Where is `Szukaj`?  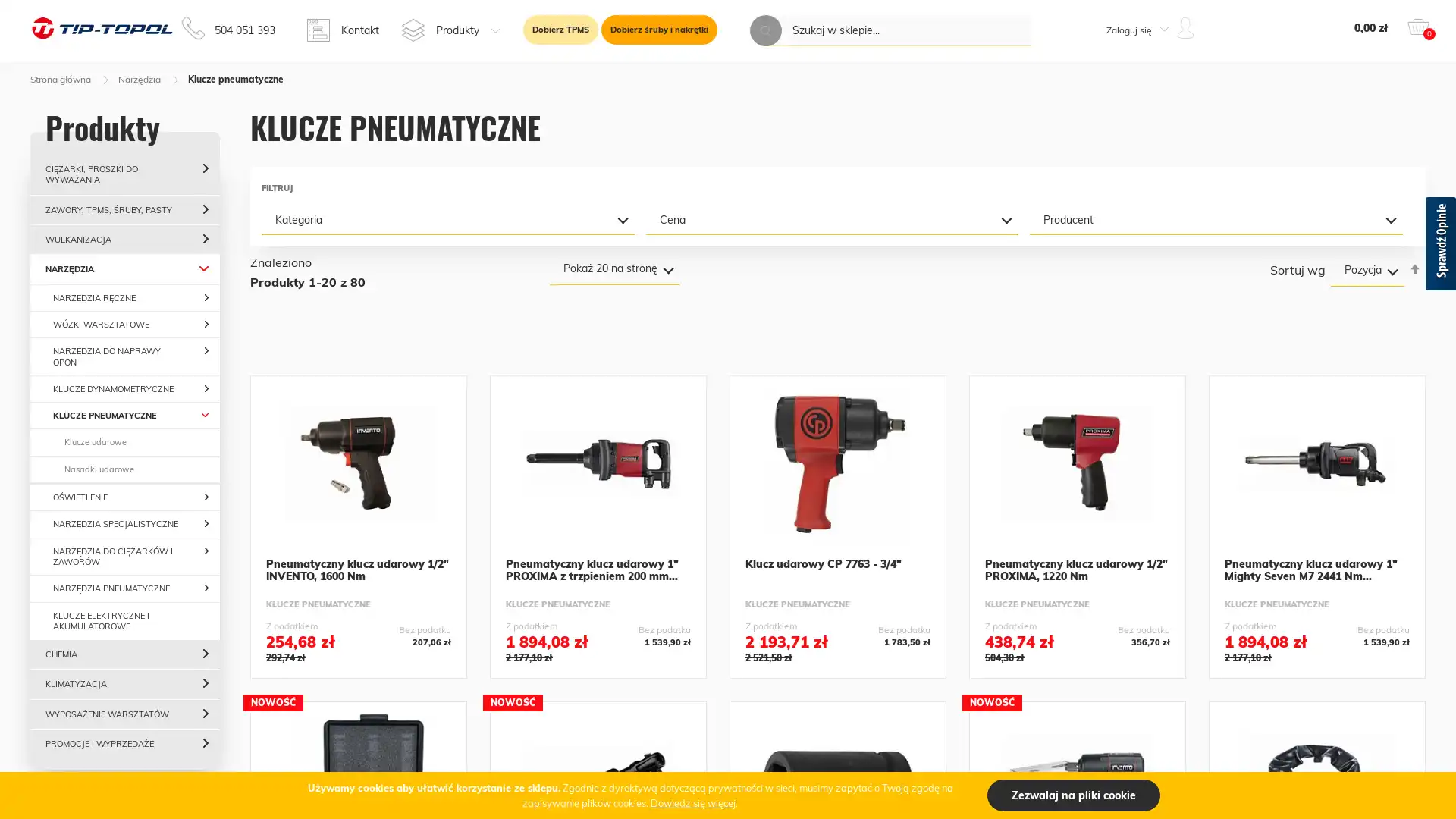 Szukaj is located at coordinates (765, 30).